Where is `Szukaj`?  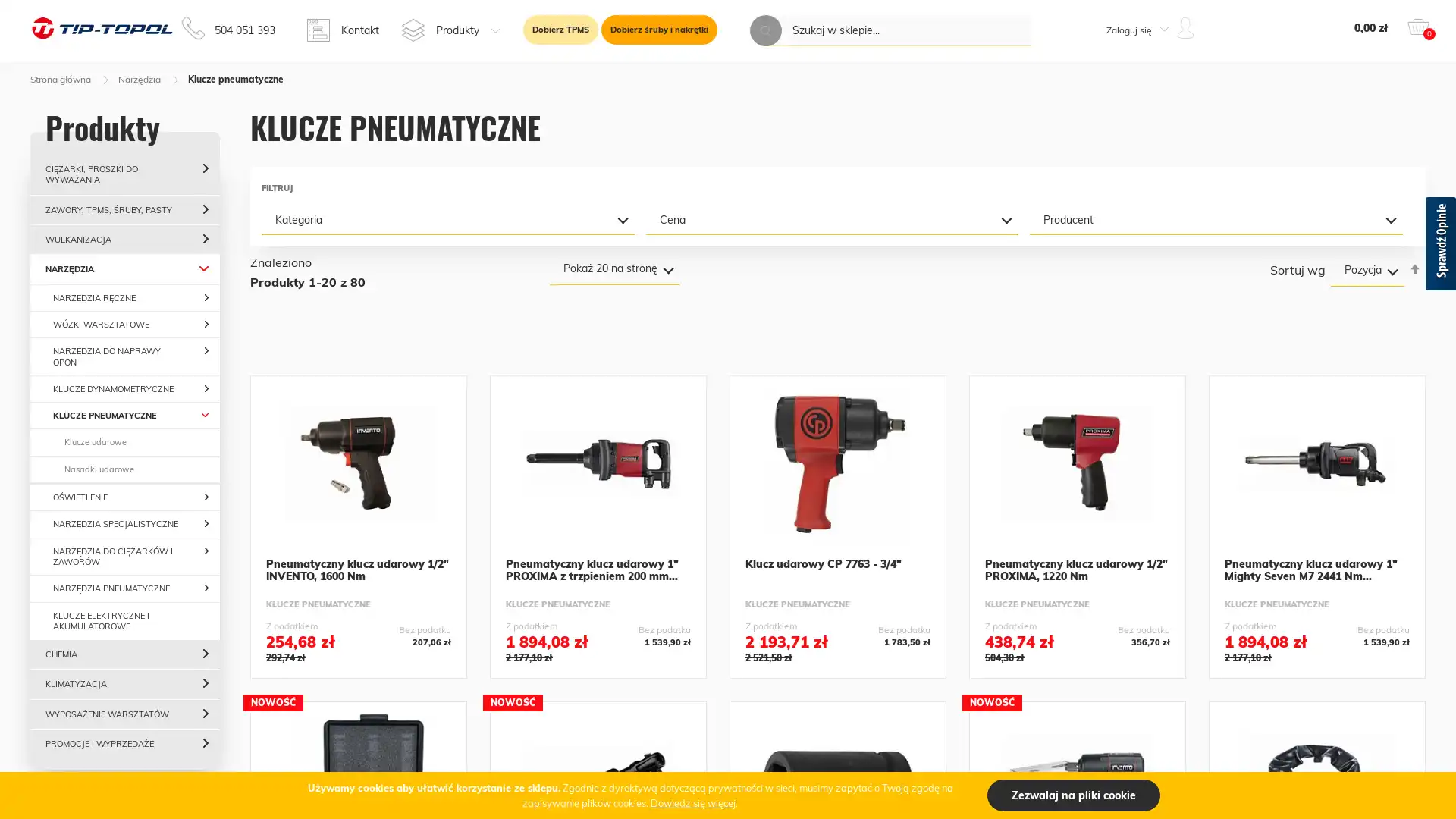 Szukaj is located at coordinates (765, 30).